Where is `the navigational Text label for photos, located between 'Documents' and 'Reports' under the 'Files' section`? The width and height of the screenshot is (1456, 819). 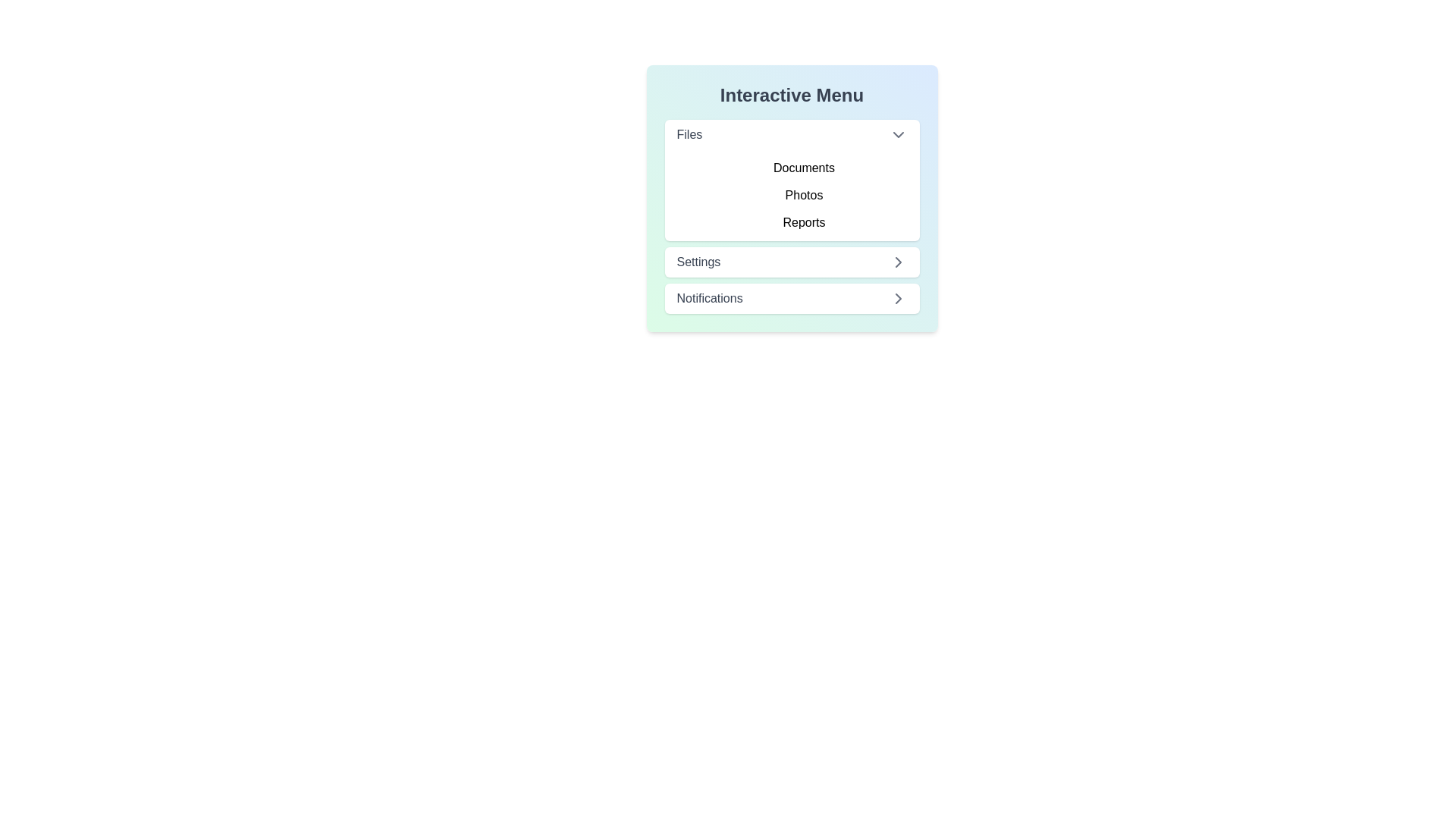 the navigational Text label for photos, located between 'Documents' and 'Reports' under the 'Files' section is located at coordinates (803, 195).